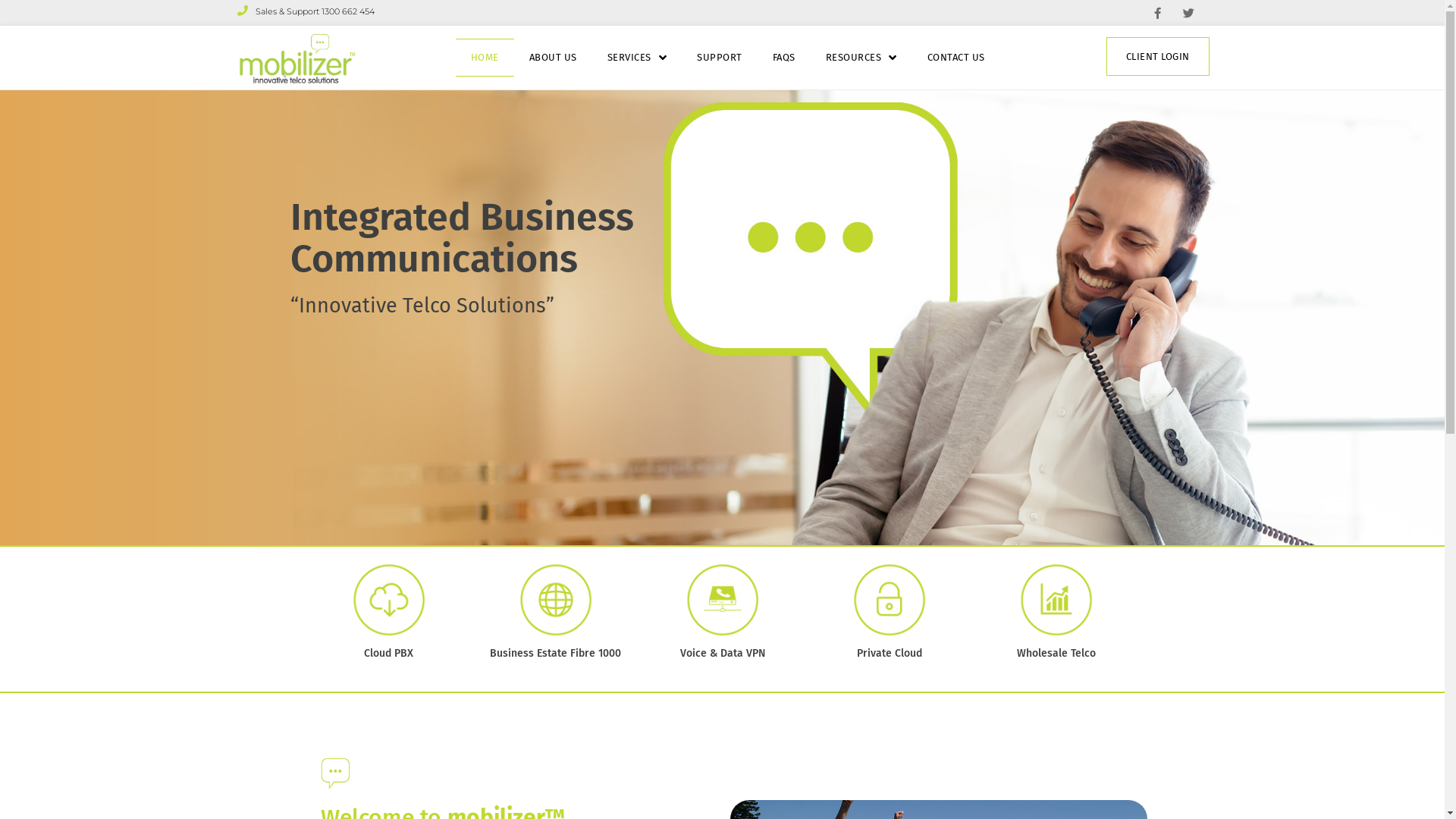 The height and width of the screenshot is (819, 1456). What do you see at coordinates (861, 57) in the screenshot?
I see `'RESOURCES'` at bounding box center [861, 57].